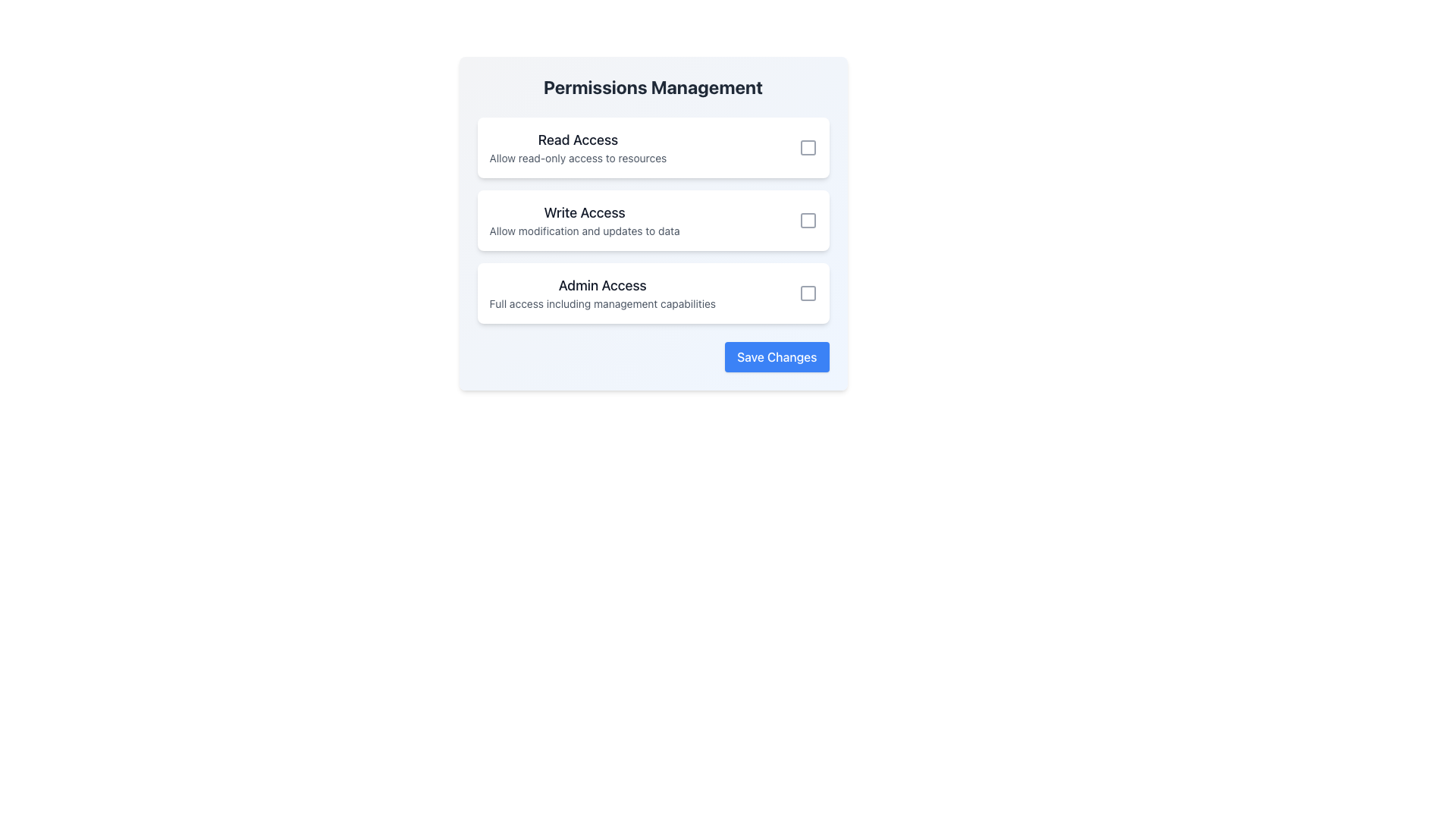 The width and height of the screenshot is (1456, 819). What do you see at coordinates (584, 231) in the screenshot?
I see `the explanatory text element located beneath the 'Write Access' heading in the permissions management interface` at bounding box center [584, 231].